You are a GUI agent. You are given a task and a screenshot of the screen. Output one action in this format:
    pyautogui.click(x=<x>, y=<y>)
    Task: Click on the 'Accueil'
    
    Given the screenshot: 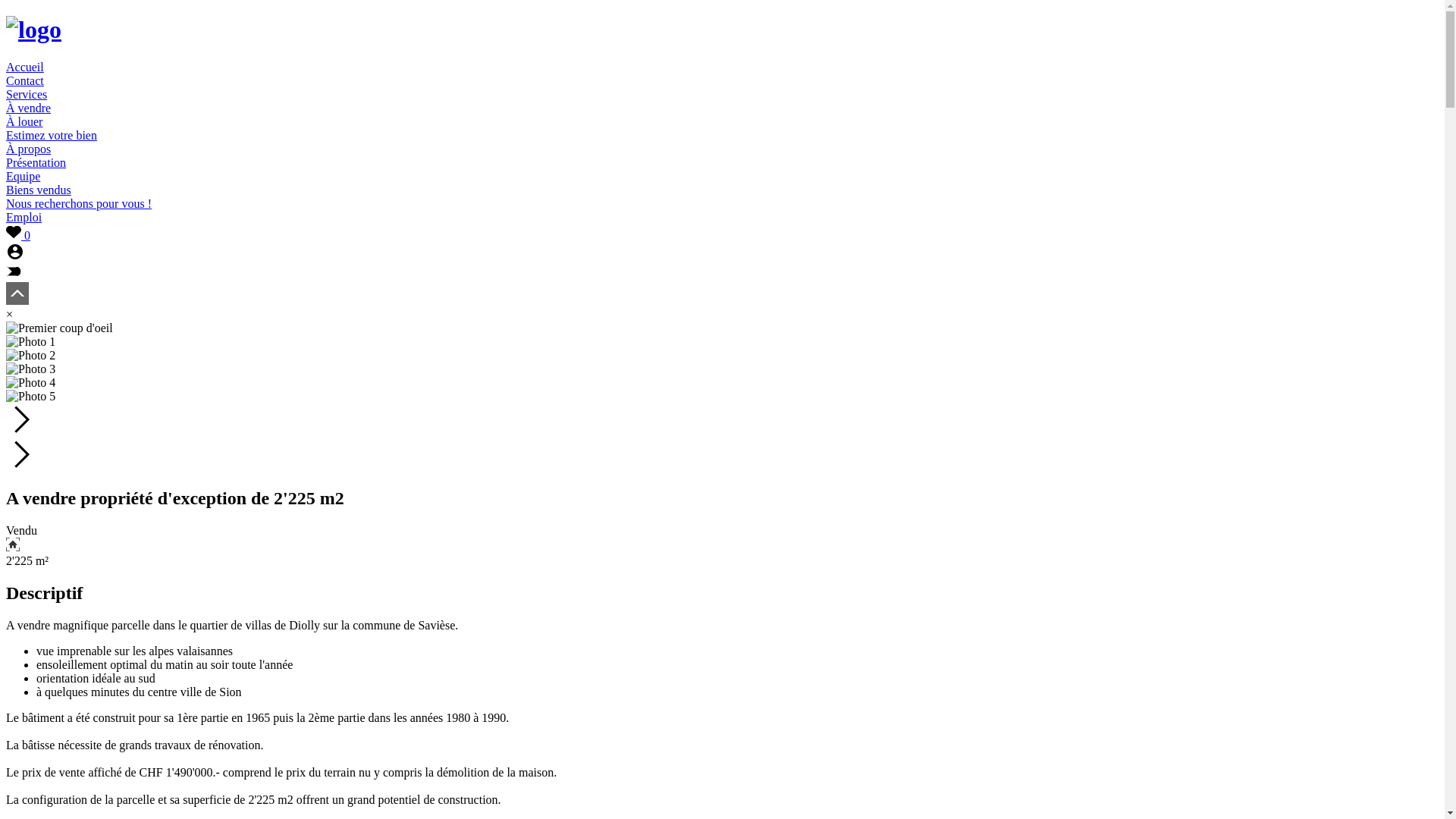 What is the action you would take?
    pyautogui.click(x=25, y=66)
    